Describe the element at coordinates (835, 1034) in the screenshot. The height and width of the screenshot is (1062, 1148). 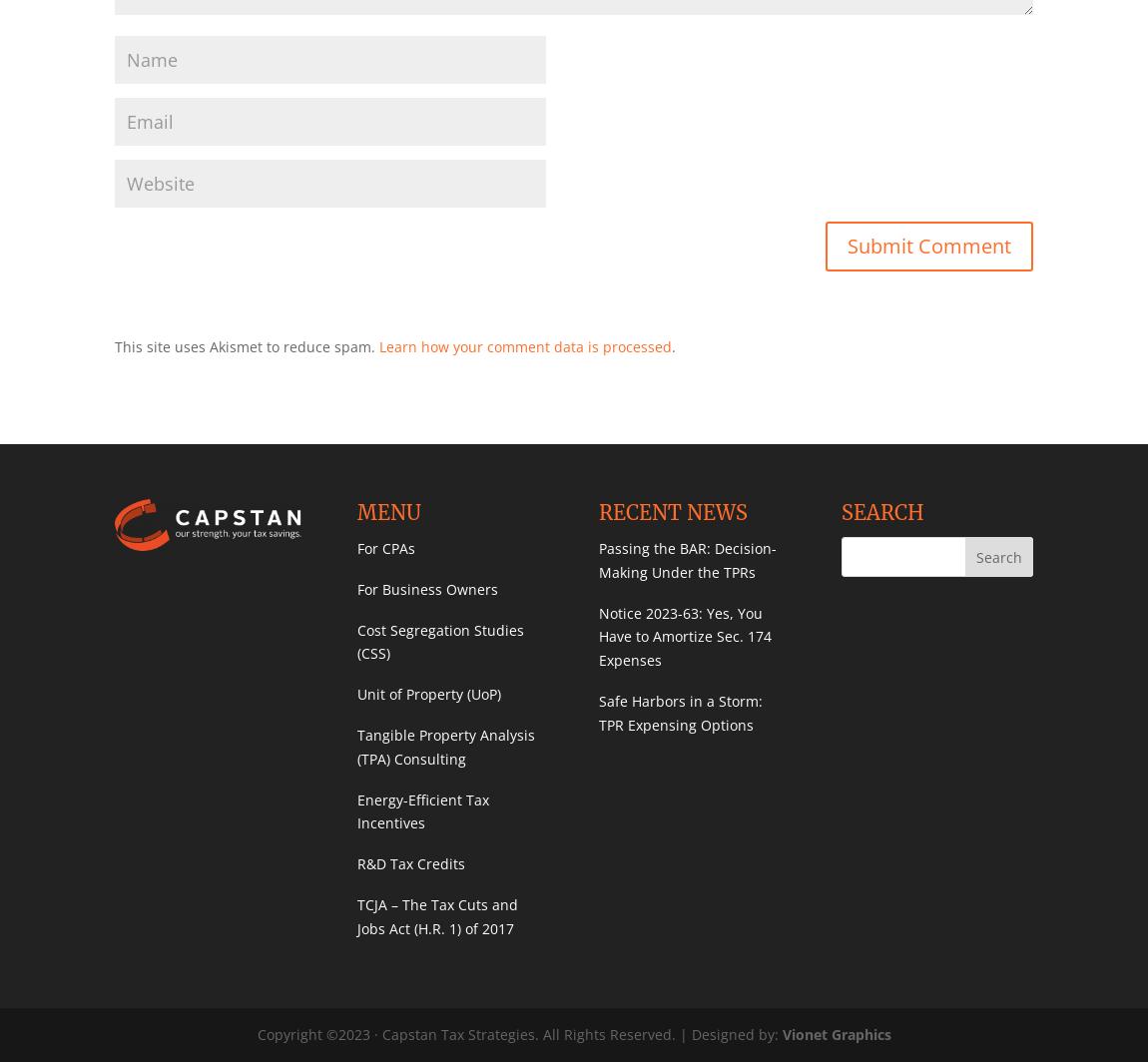
I see `'Vionet Graphics'` at that location.